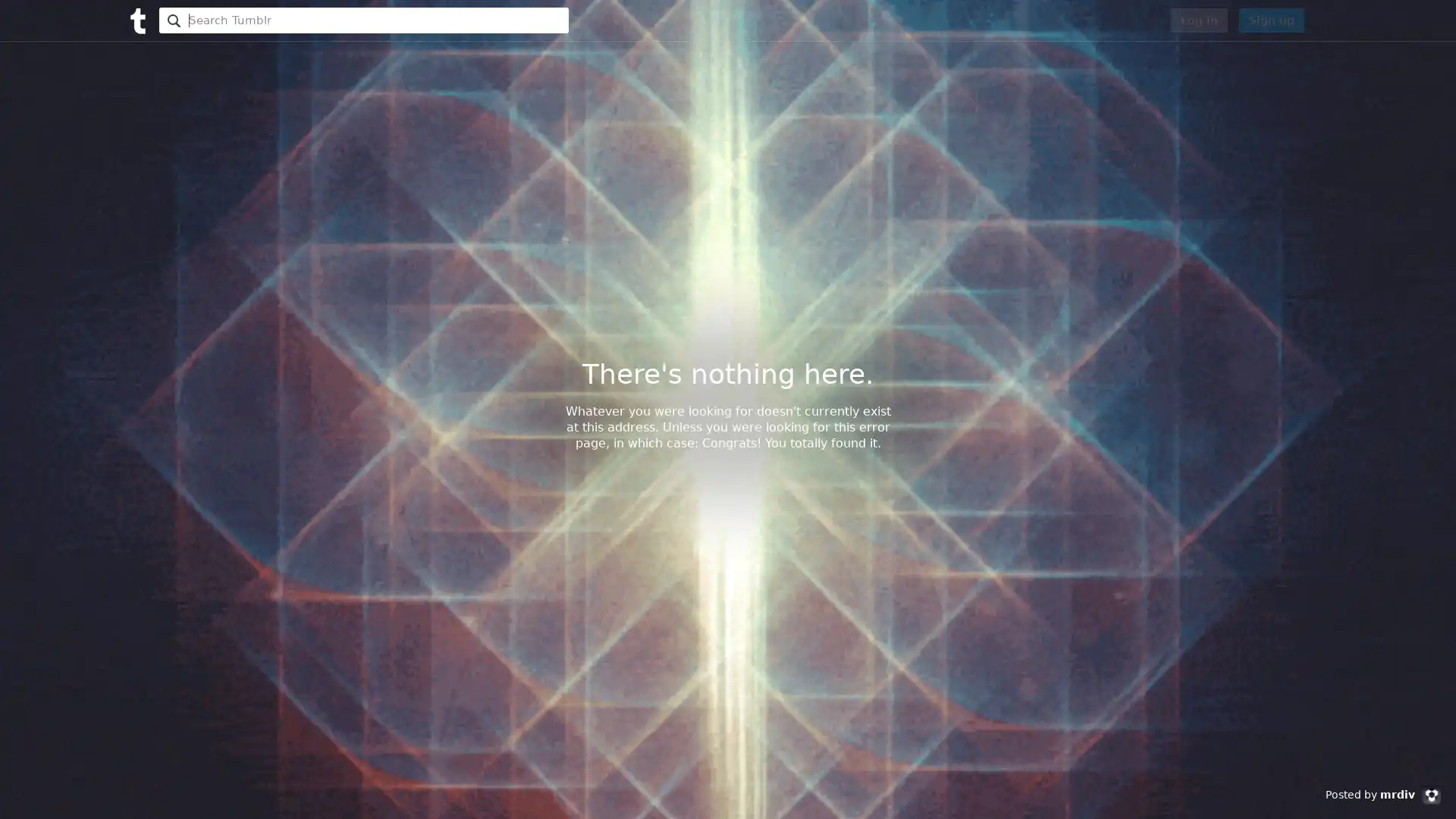 This screenshot has width=1456, height=819. What do you see at coordinates (171, 20) in the screenshot?
I see `Search` at bounding box center [171, 20].